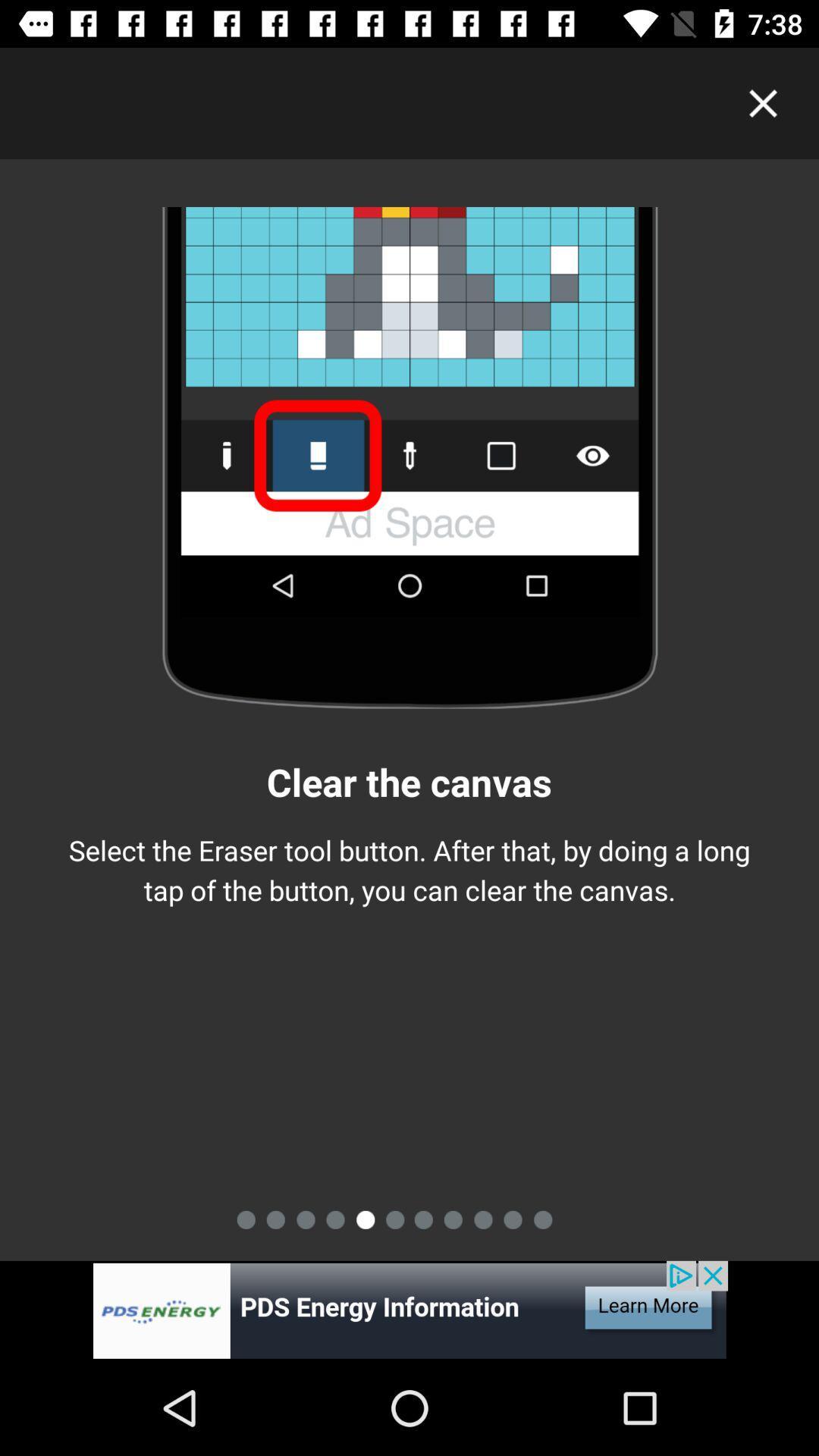  What do you see at coordinates (763, 102) in the screenshot?
I see `clock` at bounding box center [763, 102].